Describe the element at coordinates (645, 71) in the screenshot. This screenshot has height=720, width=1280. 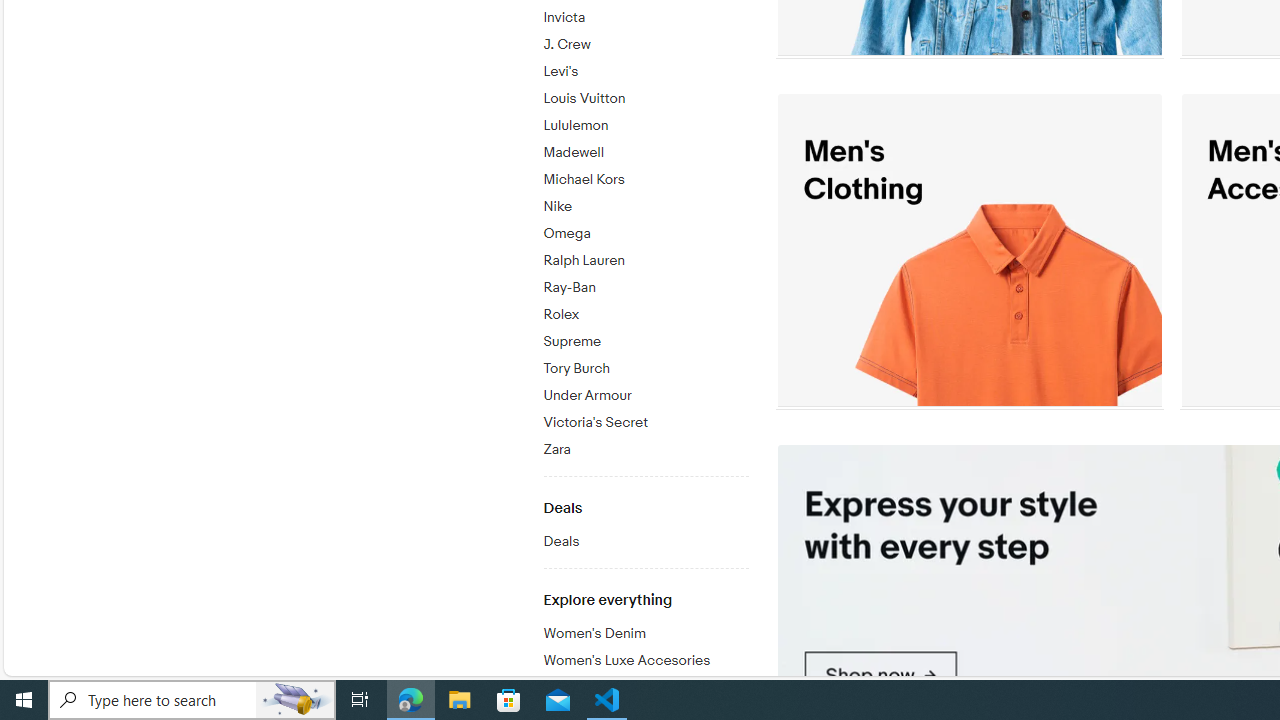
I see `'Levi'` at that location.